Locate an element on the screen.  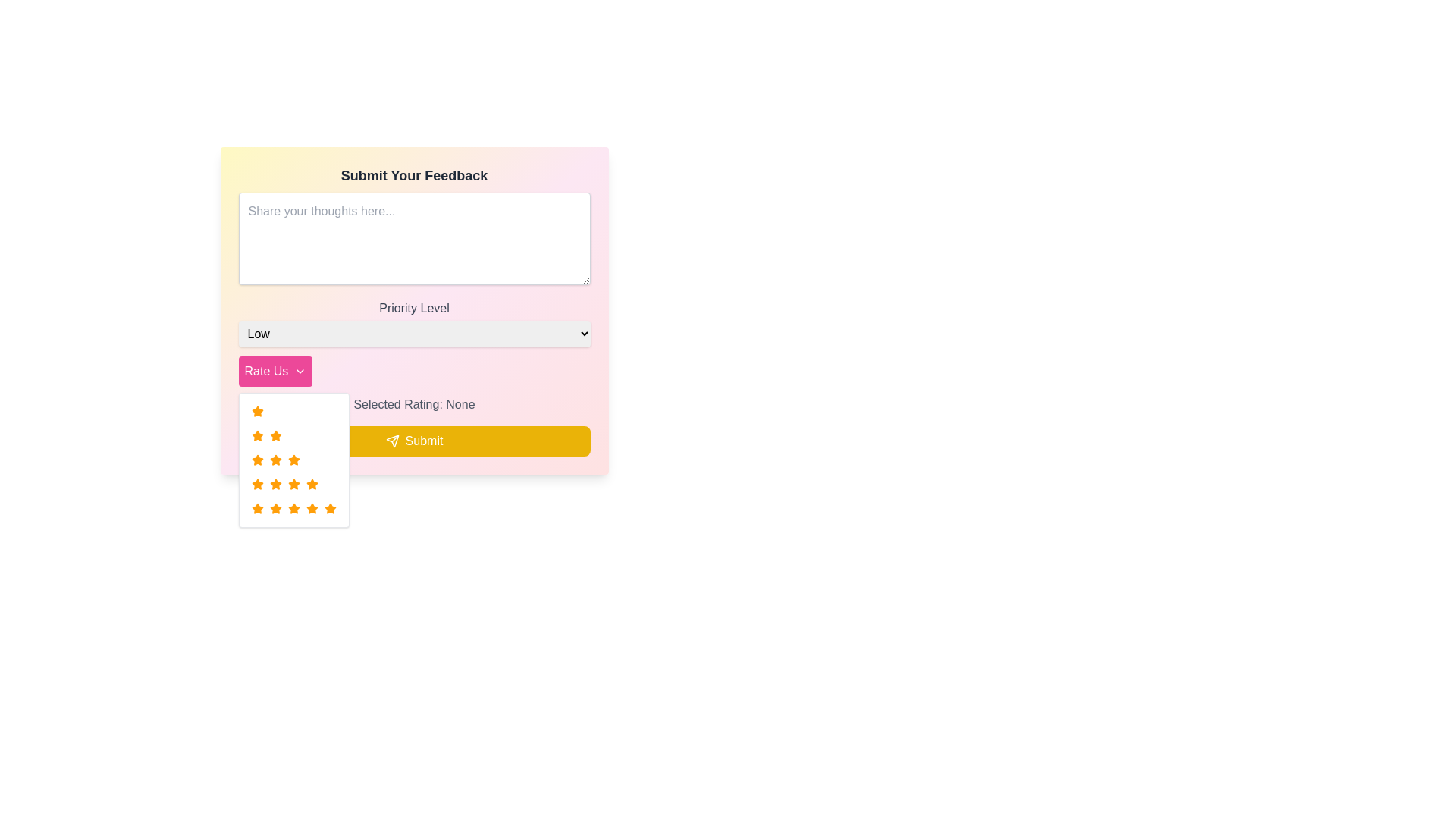
the decorative send icon located inside the orange 'Submit' button in the feedback submission form is located at coordinates (392, 441).